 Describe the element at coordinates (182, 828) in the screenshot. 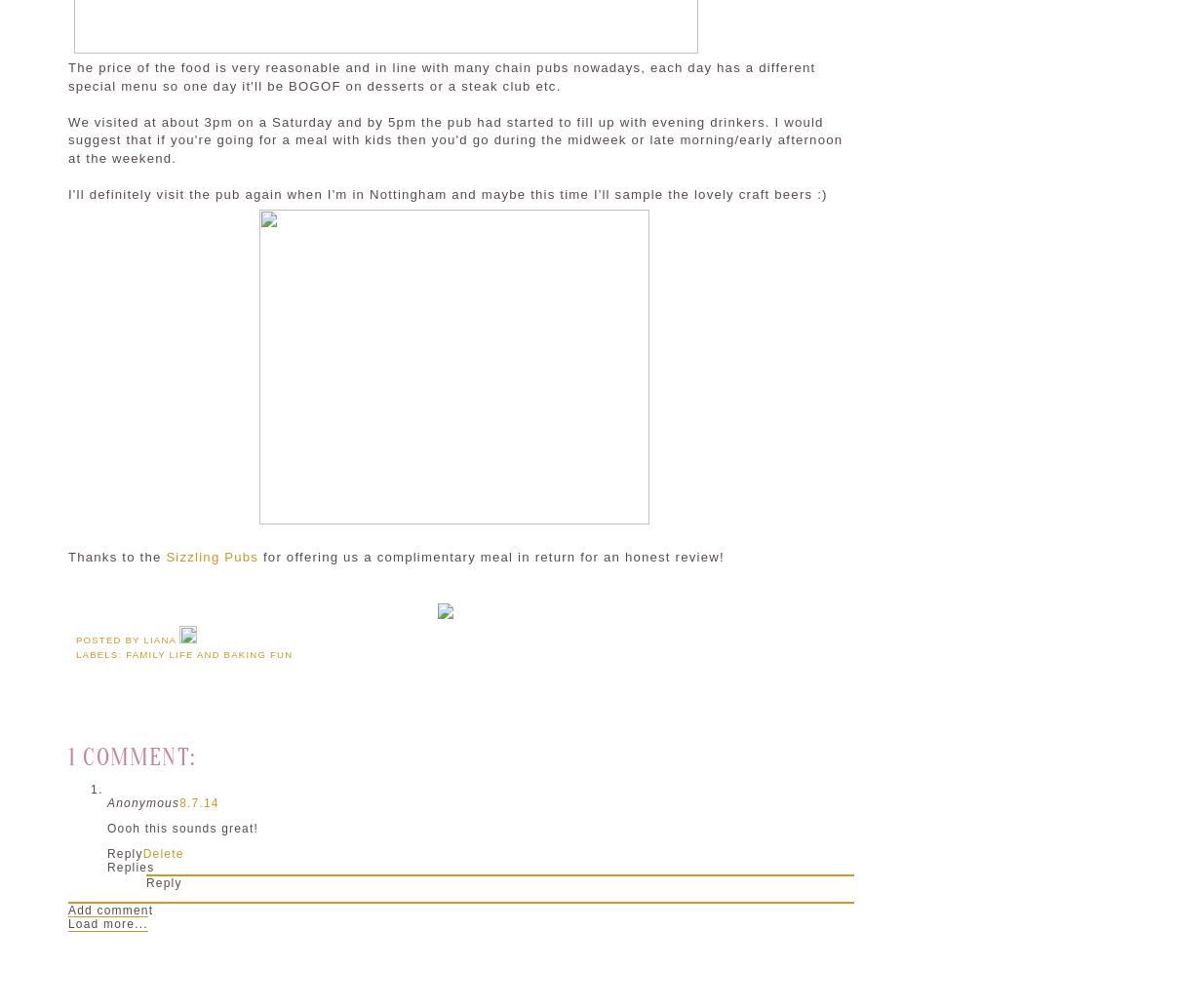

I see `'Oooh this sounds great!'` at that location.